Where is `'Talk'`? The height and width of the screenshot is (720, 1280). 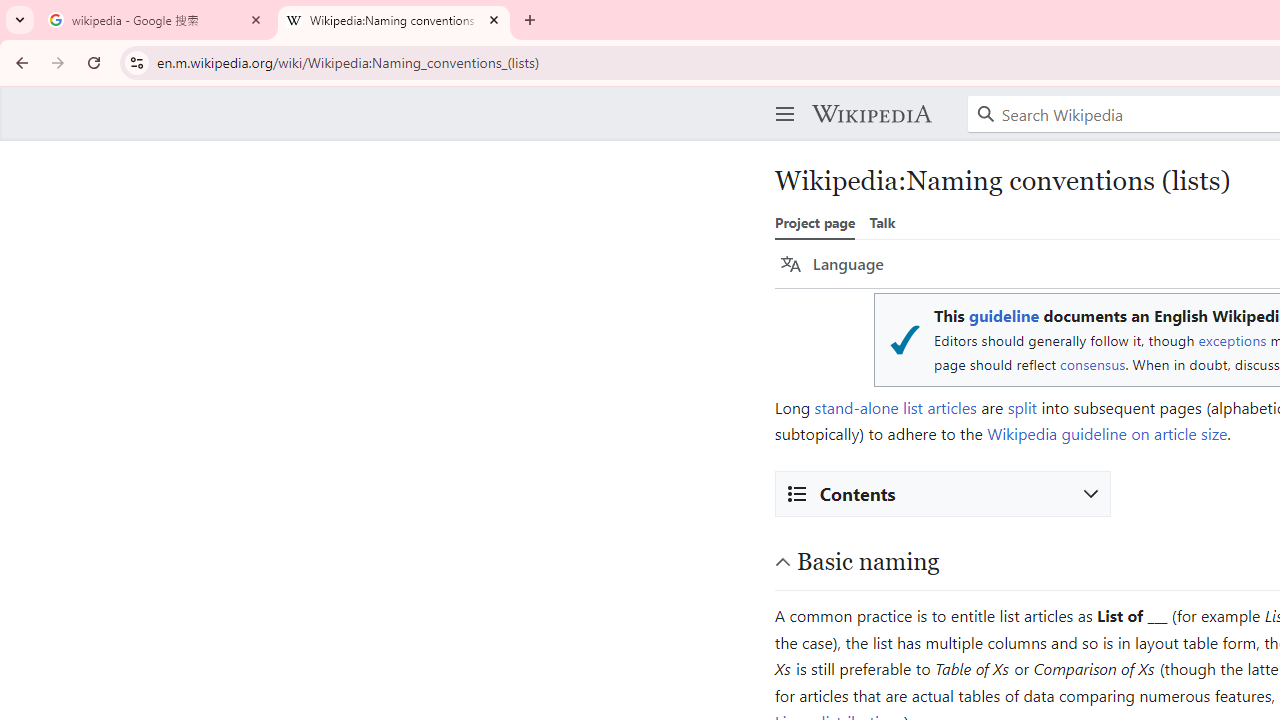
'Talk' is located at coordinates (881, 222).